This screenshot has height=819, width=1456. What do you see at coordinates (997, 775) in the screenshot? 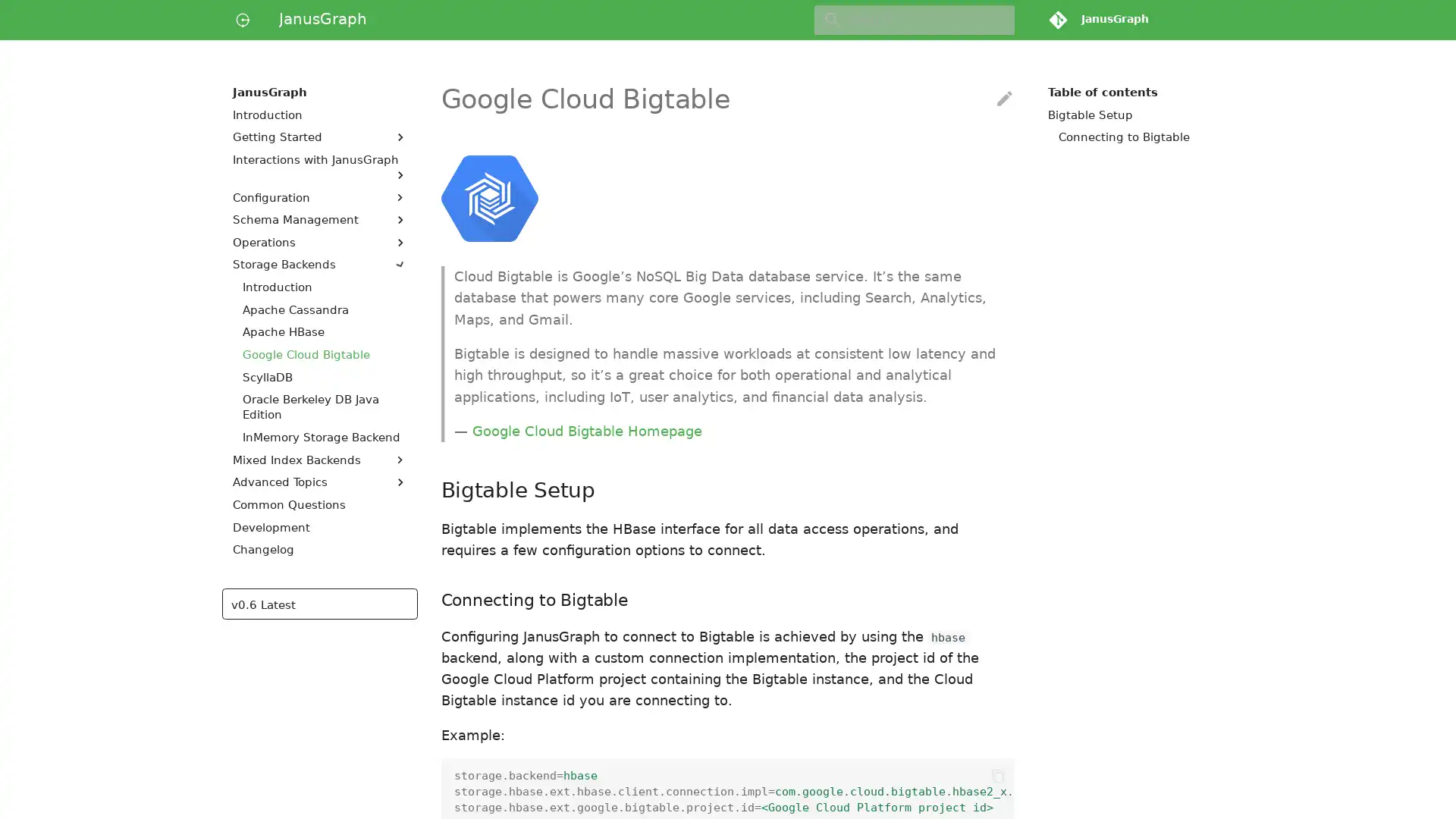
I see `Copy to clipboard` at bounding box center [997, 775].